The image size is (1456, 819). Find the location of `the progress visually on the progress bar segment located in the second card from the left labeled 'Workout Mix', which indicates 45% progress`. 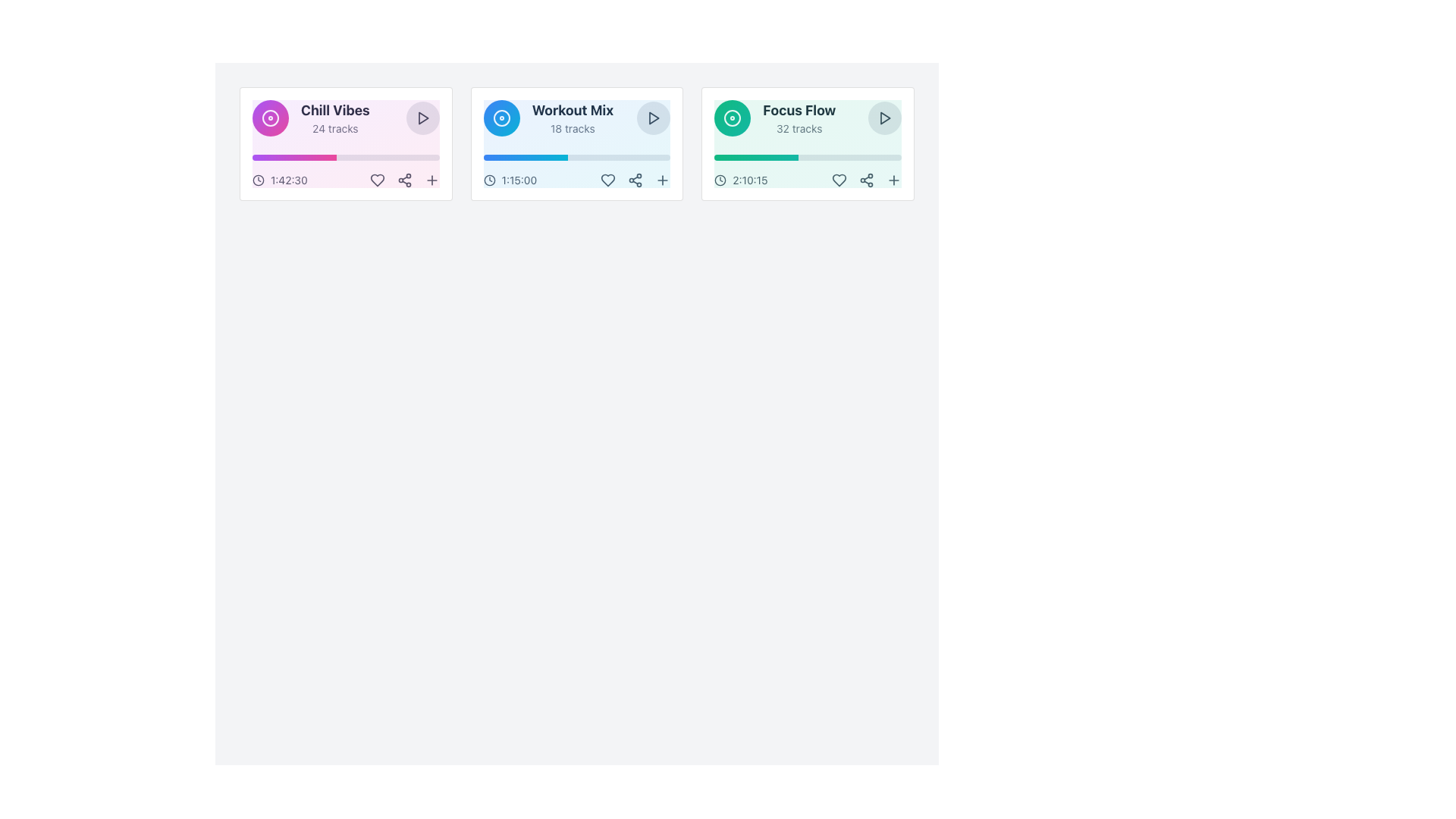

the progress visually on the progress bar segment located in the second card from the left labeled 'Workout Mix', which indicates 45% progress is located at coordinates (526, 158).